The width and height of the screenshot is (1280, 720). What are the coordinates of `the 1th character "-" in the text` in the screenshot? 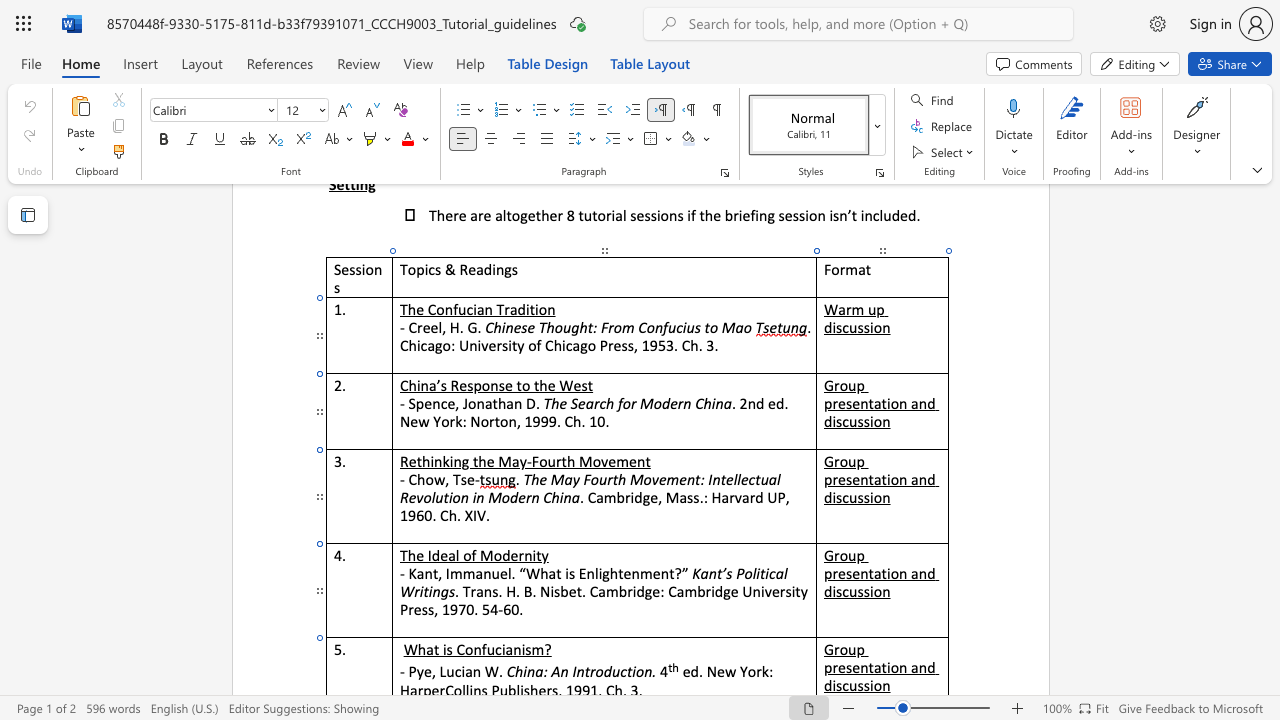 It's located at (401, 671).